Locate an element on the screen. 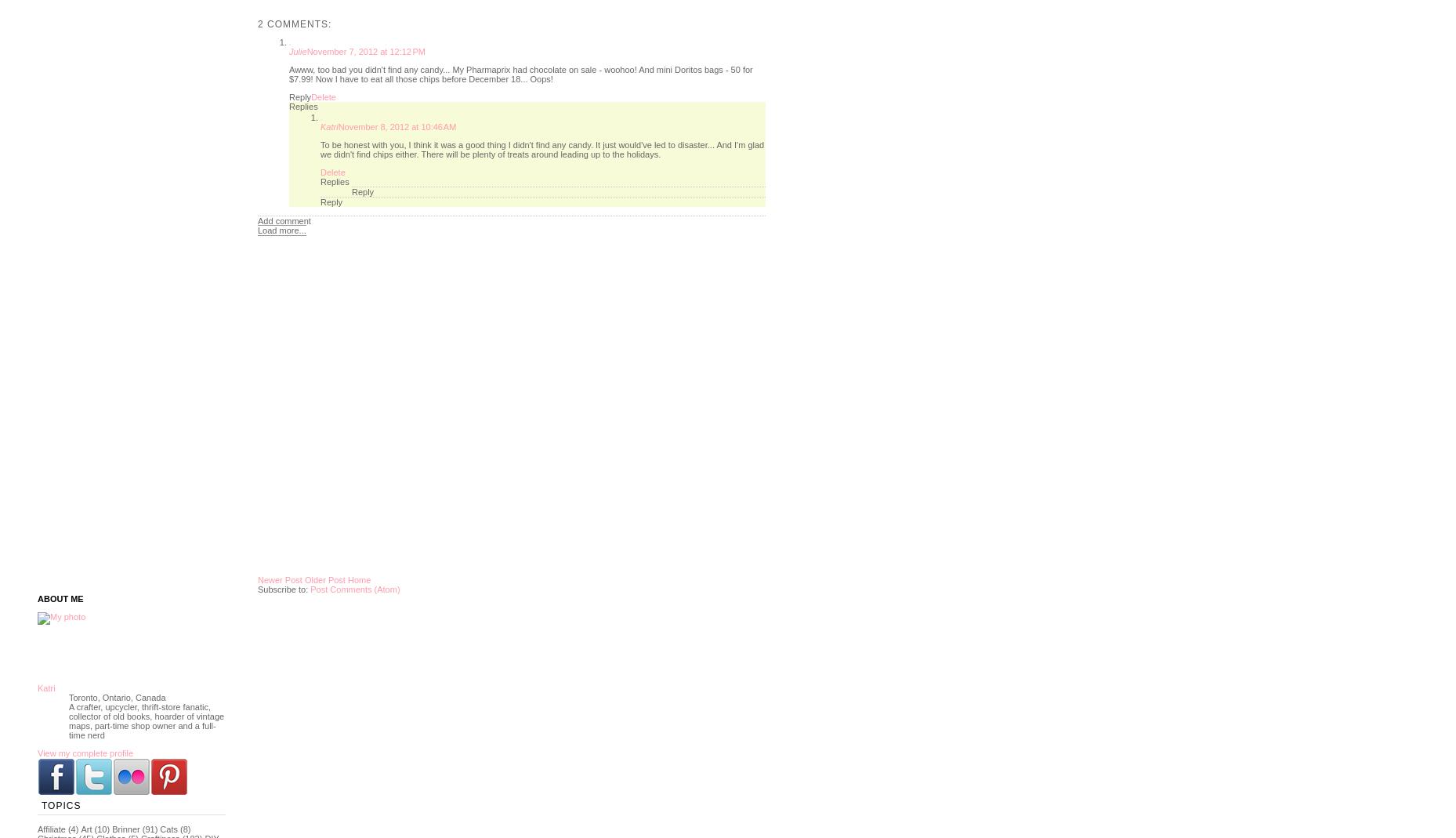 Image resolution: width=1456 pixels, height=838 pixels. 'Post Comments (Atom)' is located at coordinates (353, 590).